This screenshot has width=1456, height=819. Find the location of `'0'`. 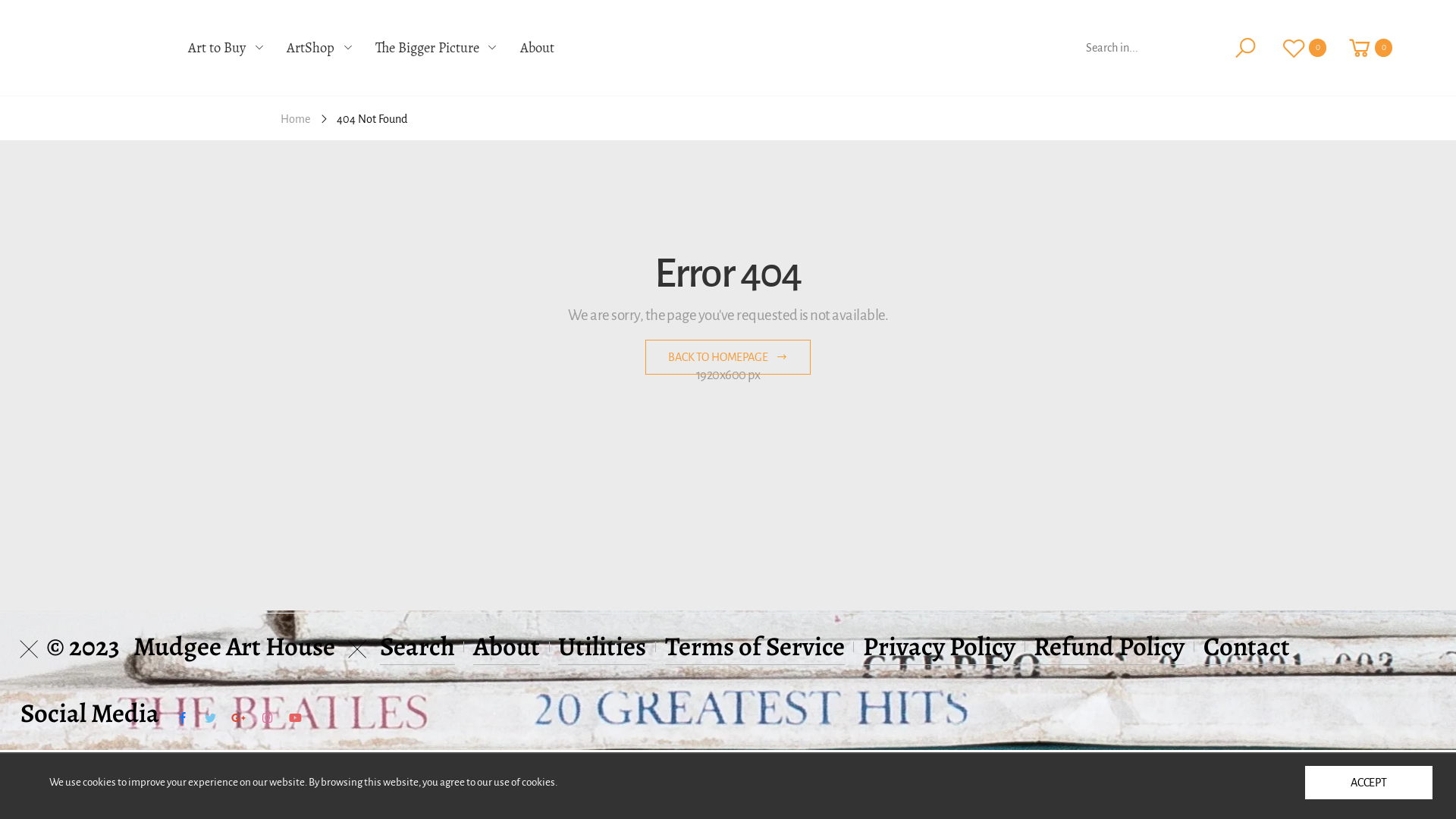

'0' is located at coordinates (1370, 46).